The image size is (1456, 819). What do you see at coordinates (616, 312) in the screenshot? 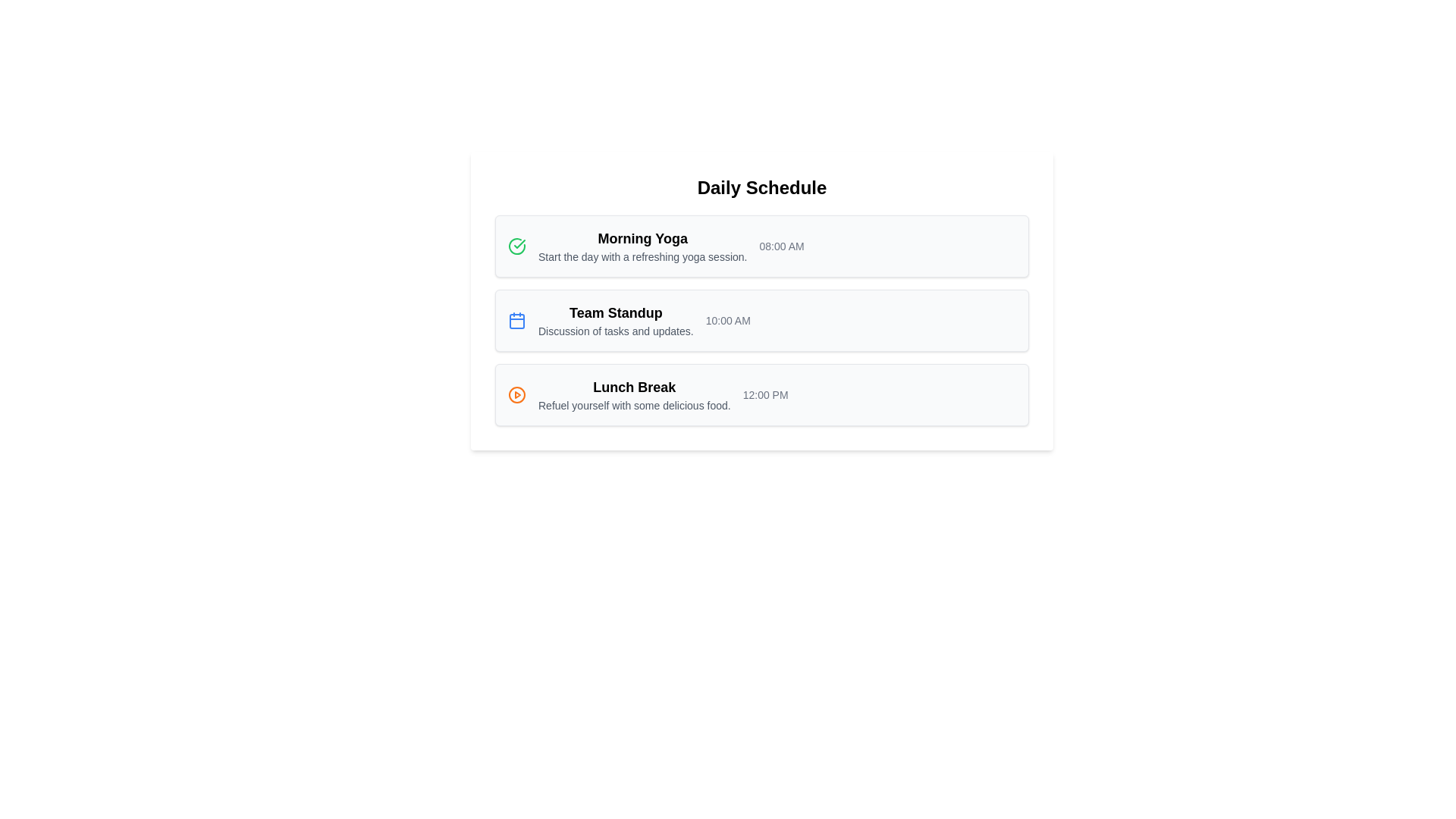
I see `title 'Team Standup' from the text label located in the second row of the vertically stacked list, positioned to the right of the blue calendar icon` at bounding box center [616, 312].